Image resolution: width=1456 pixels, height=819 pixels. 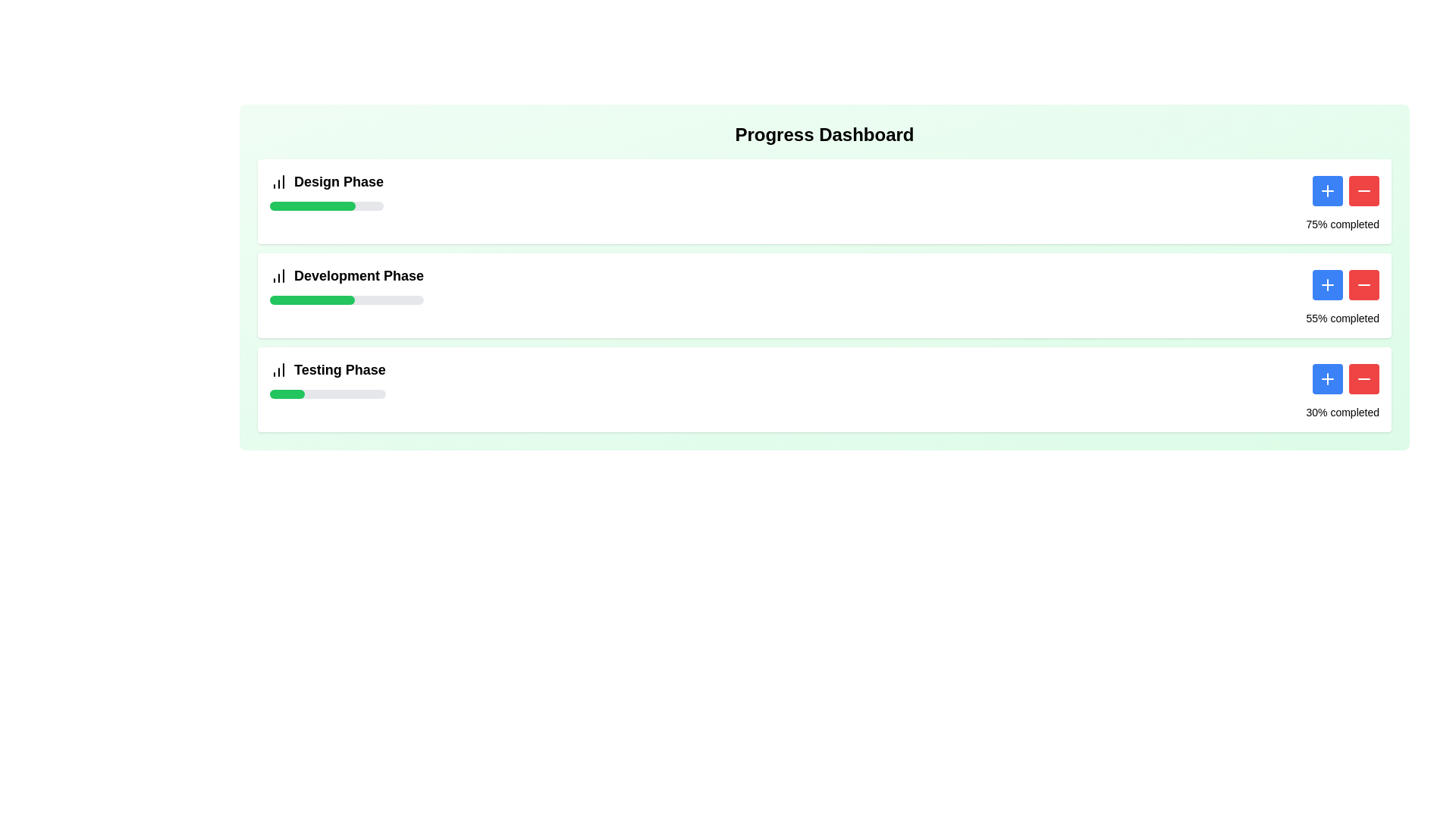 What do you see at coordinates (346, 300) in the screenshot?
I see `the completion percentage represented by the middle progress bar in the 'Development Phase' section, located directly below the 'Development Phase' label` at bounding box center [346, 300].